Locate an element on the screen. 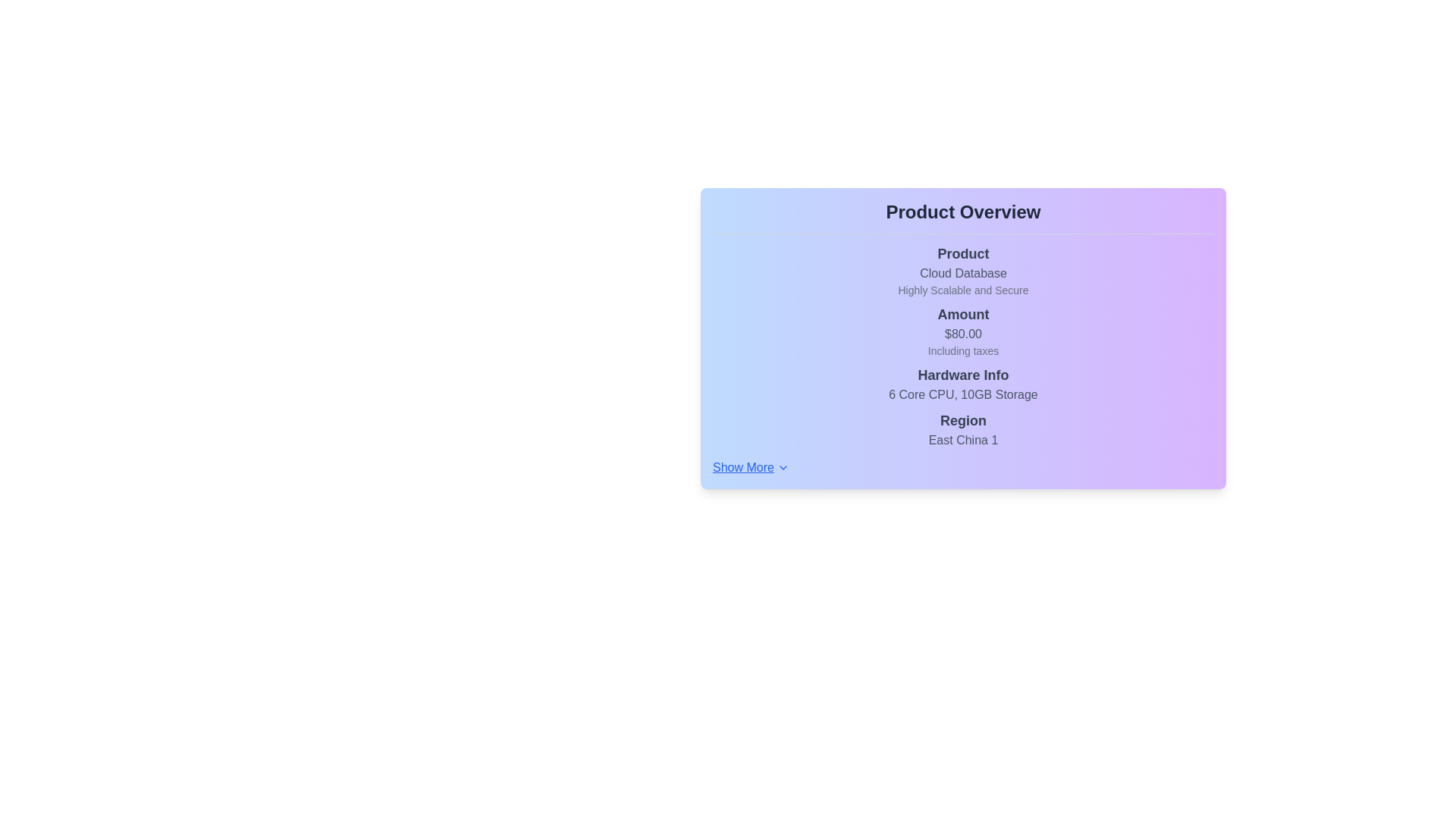 Image resolution: width=1456 pixels, height=819 pixels. the bold-text styled word 'Product' which is located near the top-center of the 'Product Overview' section, transitioning from a blue to purple gradient background is located at coordinates (962, 253).